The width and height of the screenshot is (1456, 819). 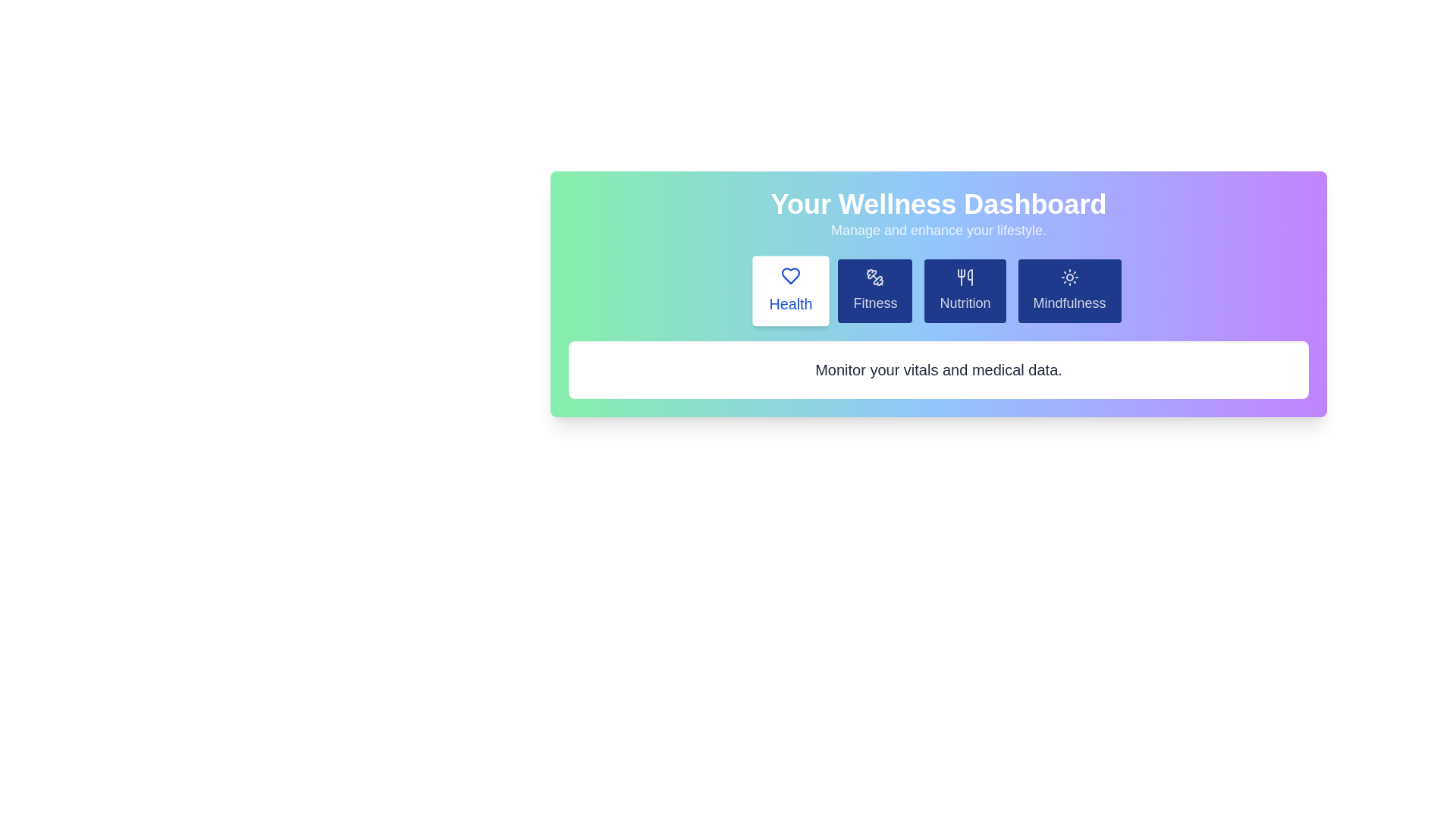 I want to click on the text 'Your Wellness Dashboard' to select it, so click(x=938, y=205).